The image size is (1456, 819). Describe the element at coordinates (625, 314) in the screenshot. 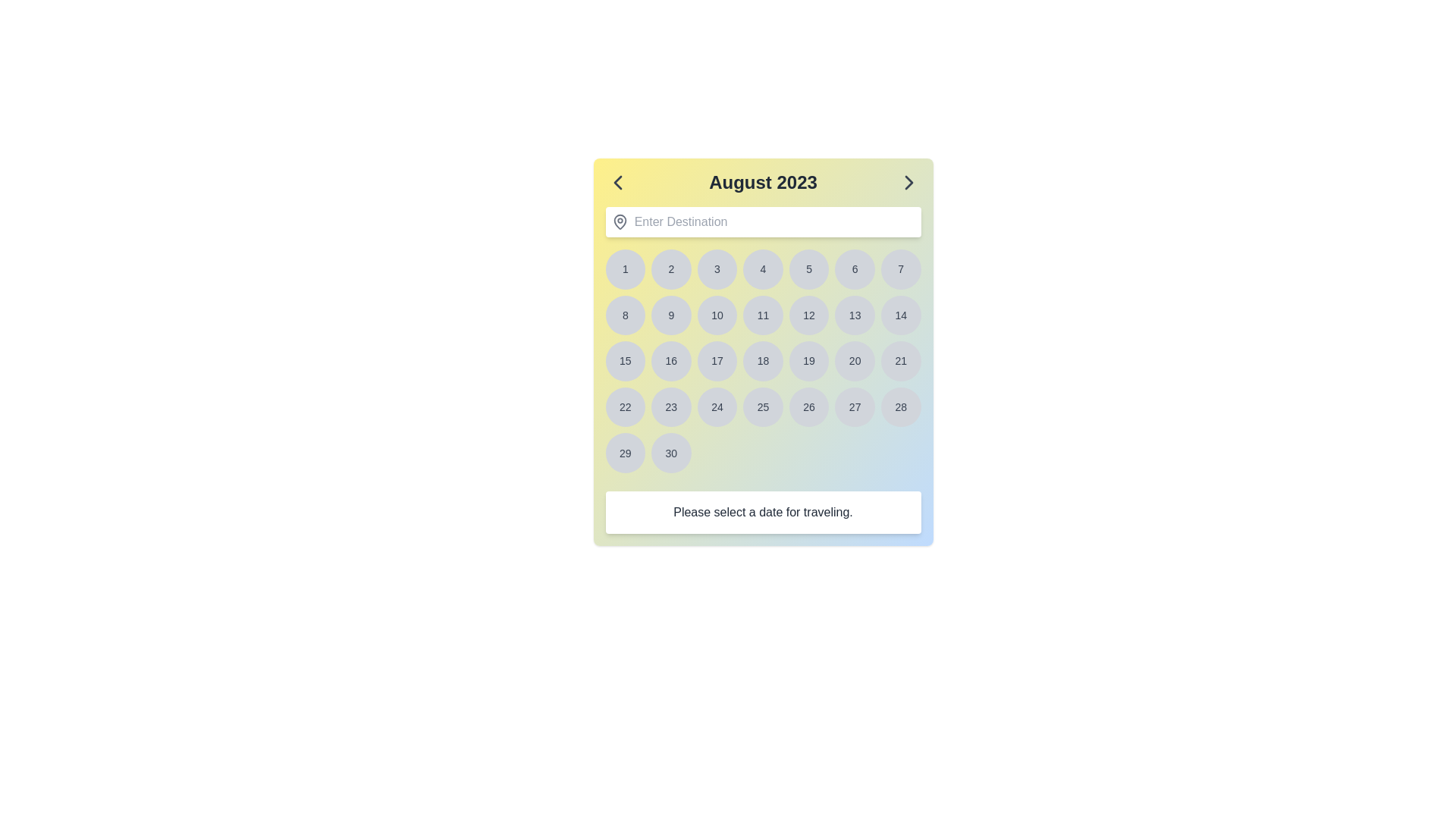

I see `the date selector button for the 8th of the current month, located in the second row and first column of the calendar interface` at that location.